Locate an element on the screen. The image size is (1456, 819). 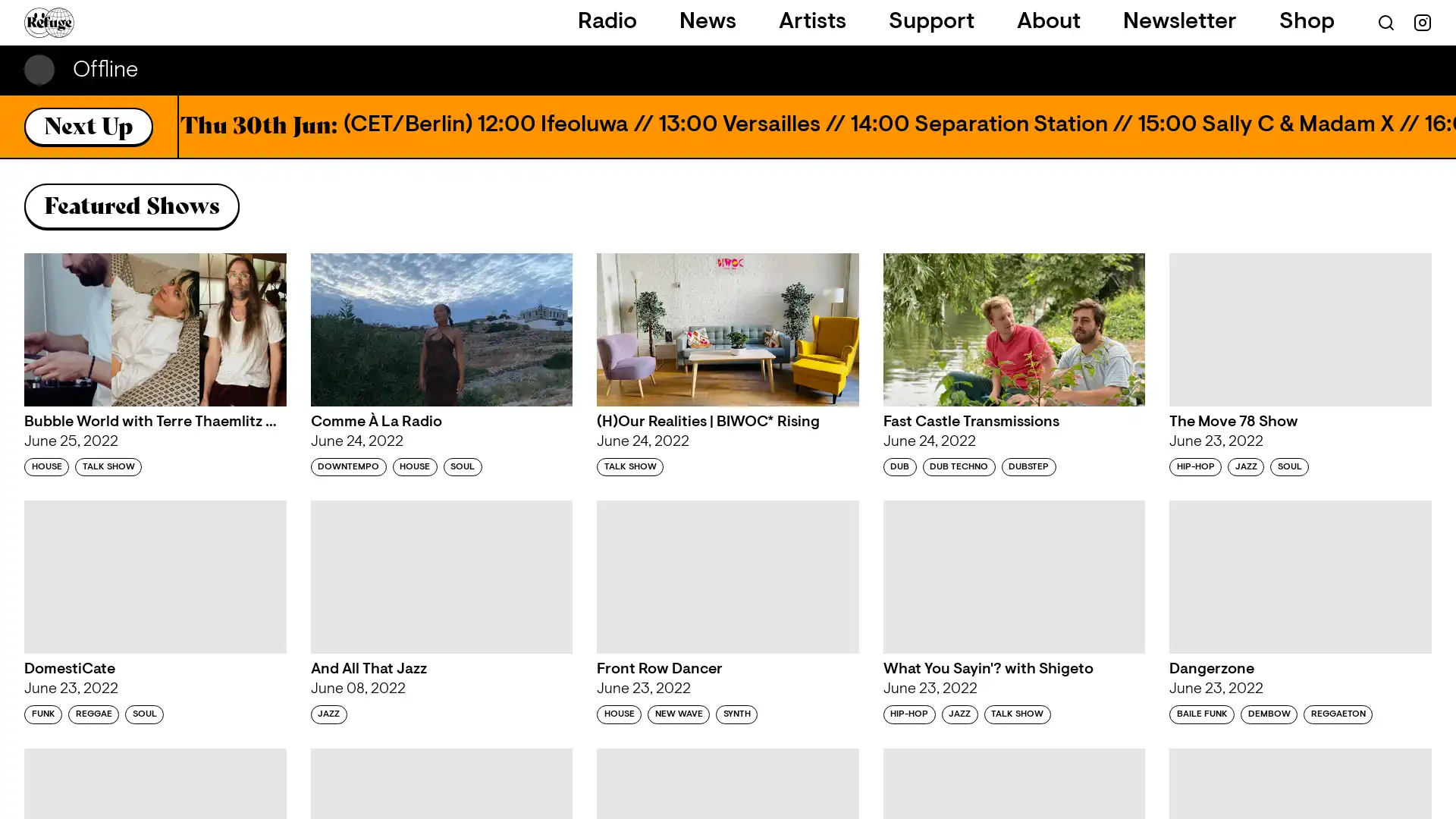
And All That Jazz is located at coordinates (440, 576).